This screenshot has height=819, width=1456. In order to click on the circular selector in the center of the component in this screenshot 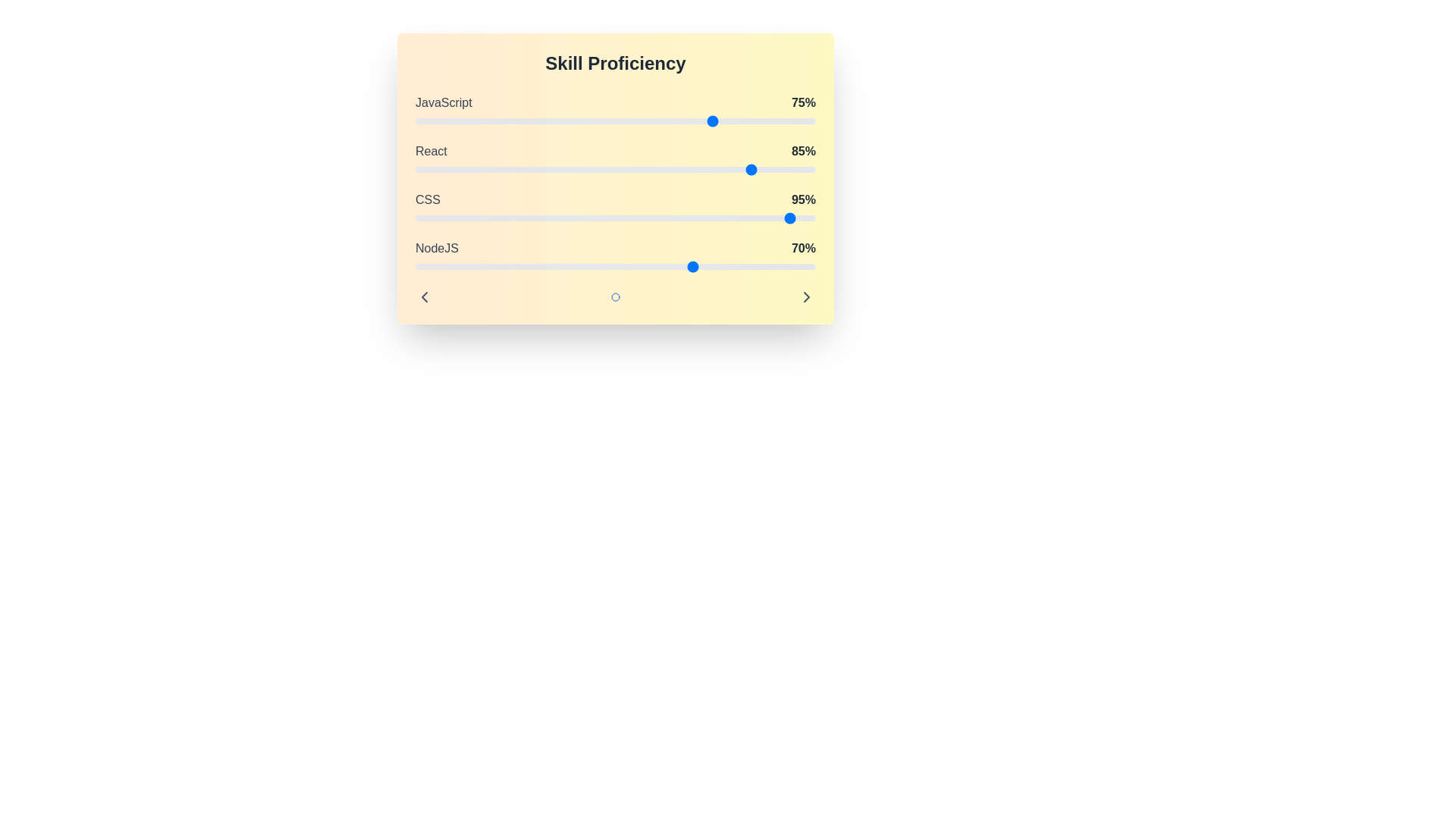, I will do `click(615, 297)`.